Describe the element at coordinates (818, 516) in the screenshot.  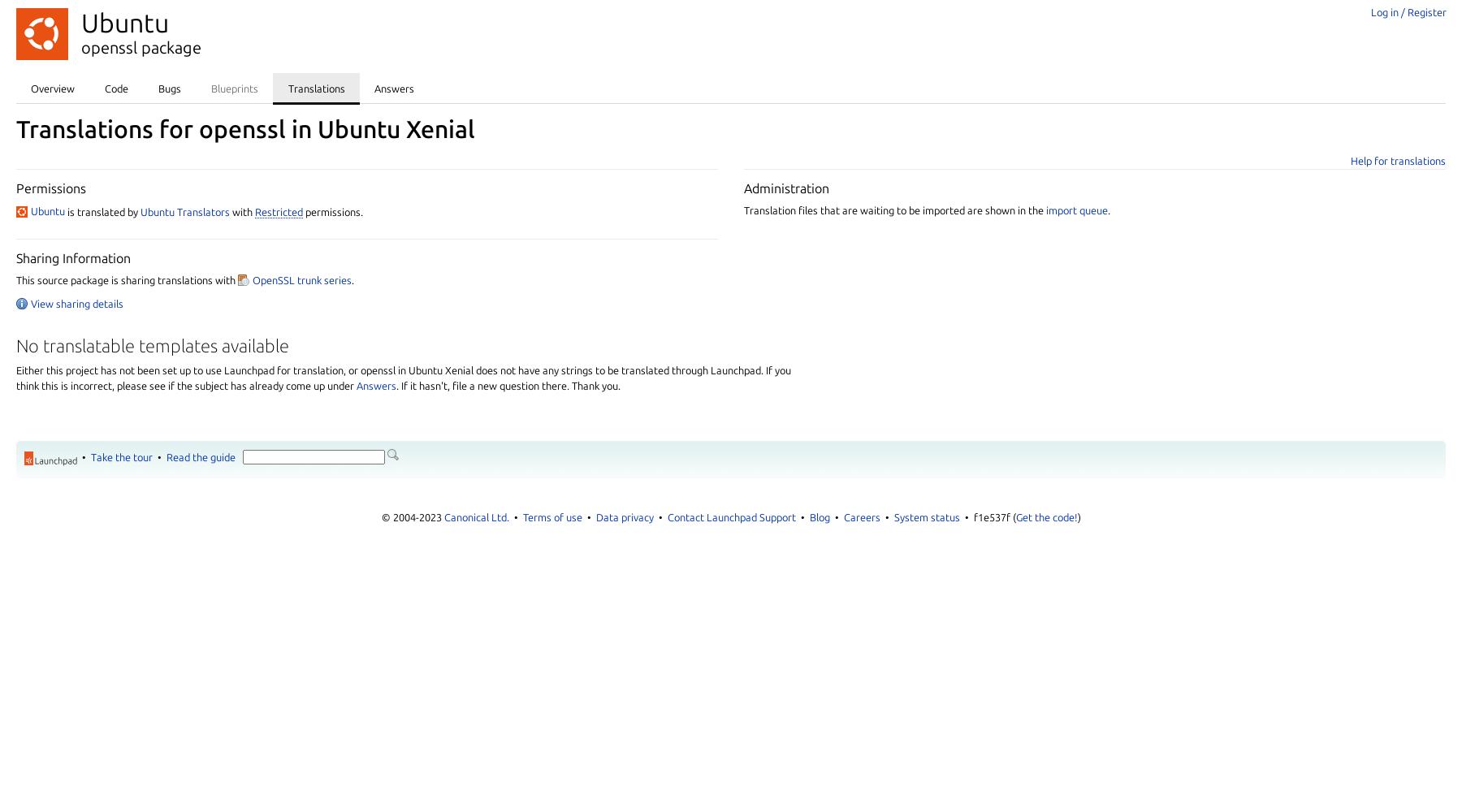
I see `'Blog'` at that location.